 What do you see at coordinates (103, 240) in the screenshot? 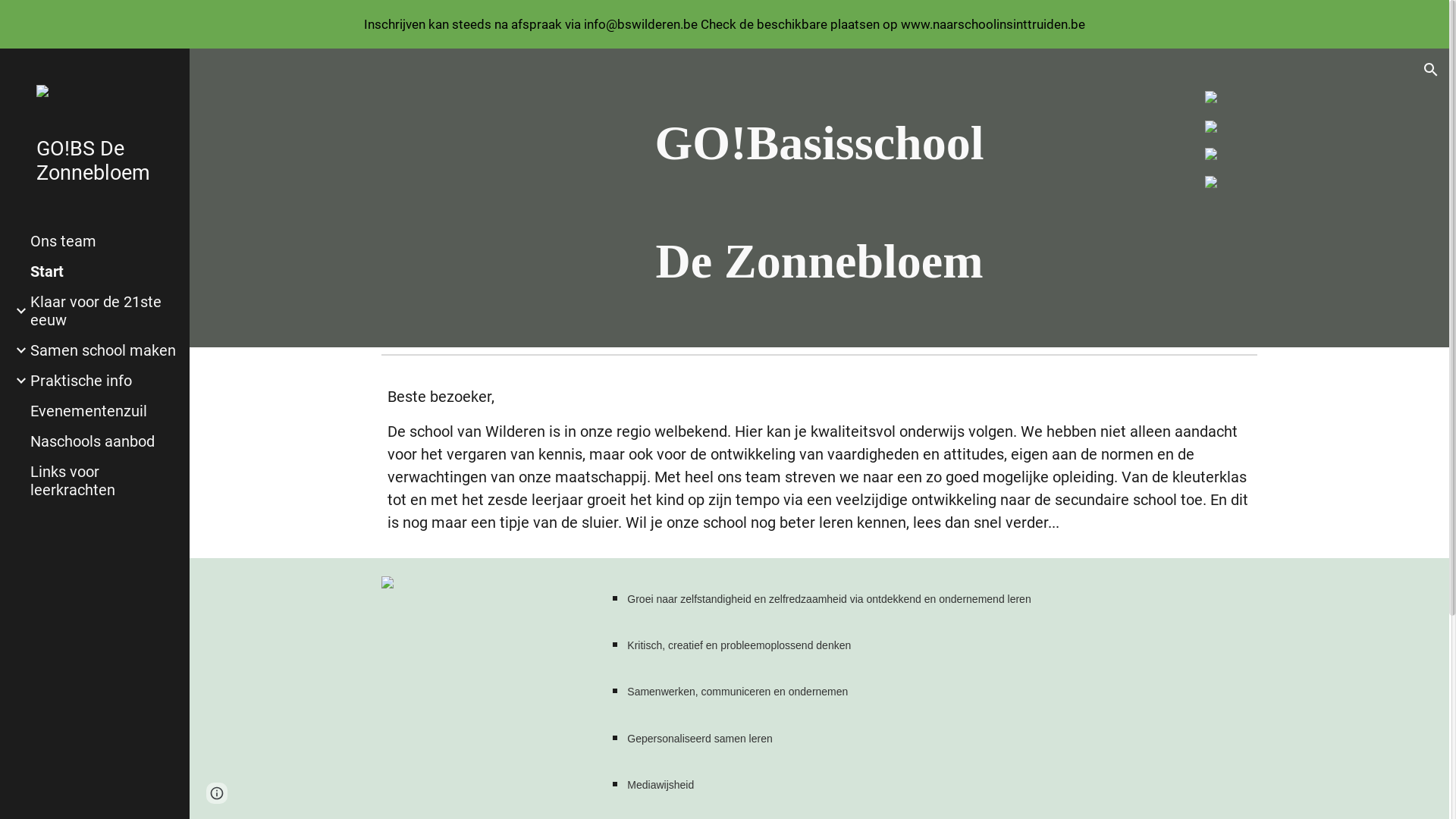
I see `'Ons team'` at bounding box center [103, 240].